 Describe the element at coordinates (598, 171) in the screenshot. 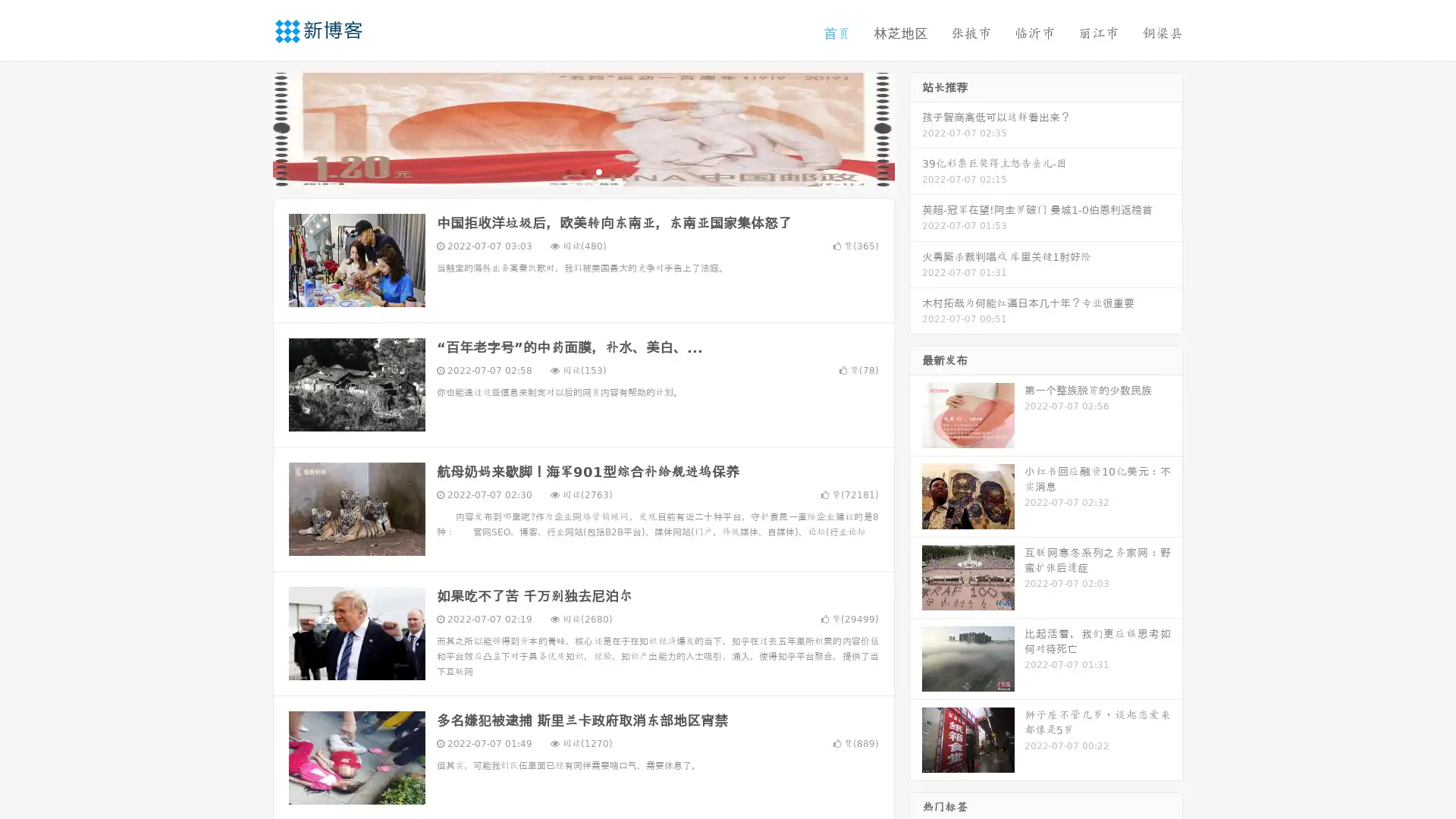

I see `Go to slide 3` at that location.